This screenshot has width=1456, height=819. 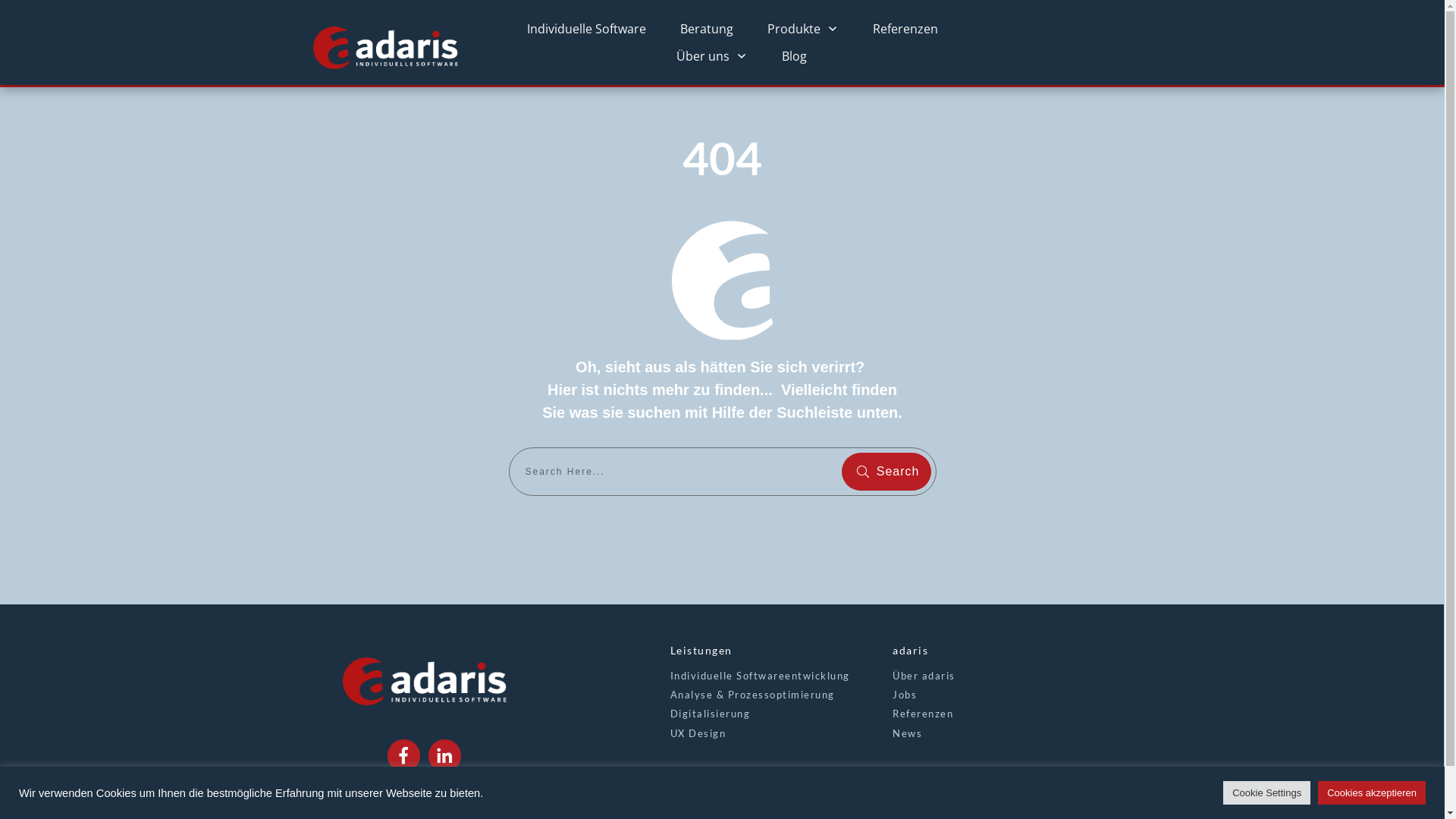 What do you see at coordinates (905, 694) in the screenshot?
I see `'Jobs'` at bounding box center [905, 694].